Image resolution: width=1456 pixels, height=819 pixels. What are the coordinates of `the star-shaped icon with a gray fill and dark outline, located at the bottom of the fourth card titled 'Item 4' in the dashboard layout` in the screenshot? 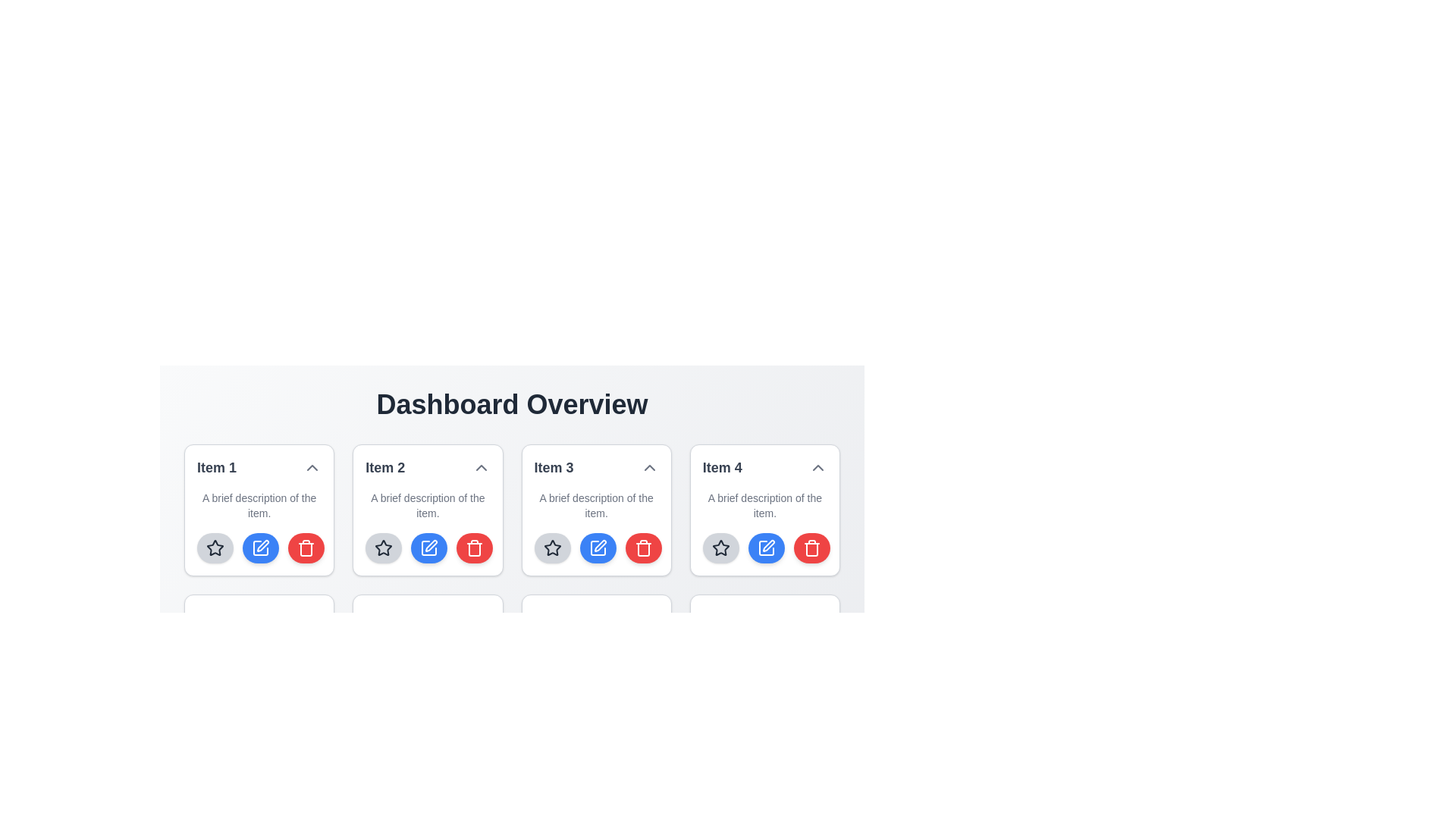 It's located at (720, 548).